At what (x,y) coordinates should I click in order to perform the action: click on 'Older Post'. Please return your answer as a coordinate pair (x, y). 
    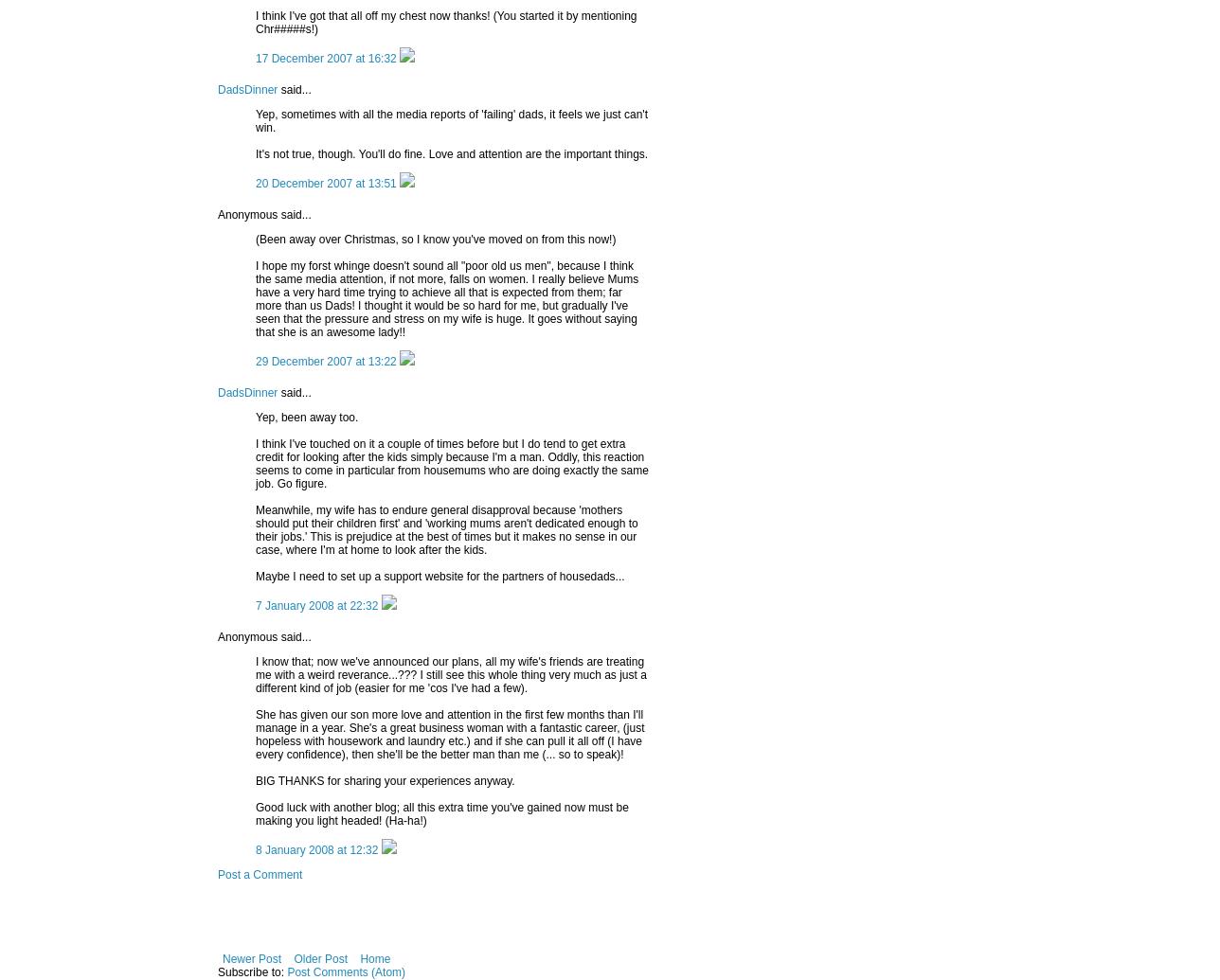
    Looking at the image, I should click on (320, 957).